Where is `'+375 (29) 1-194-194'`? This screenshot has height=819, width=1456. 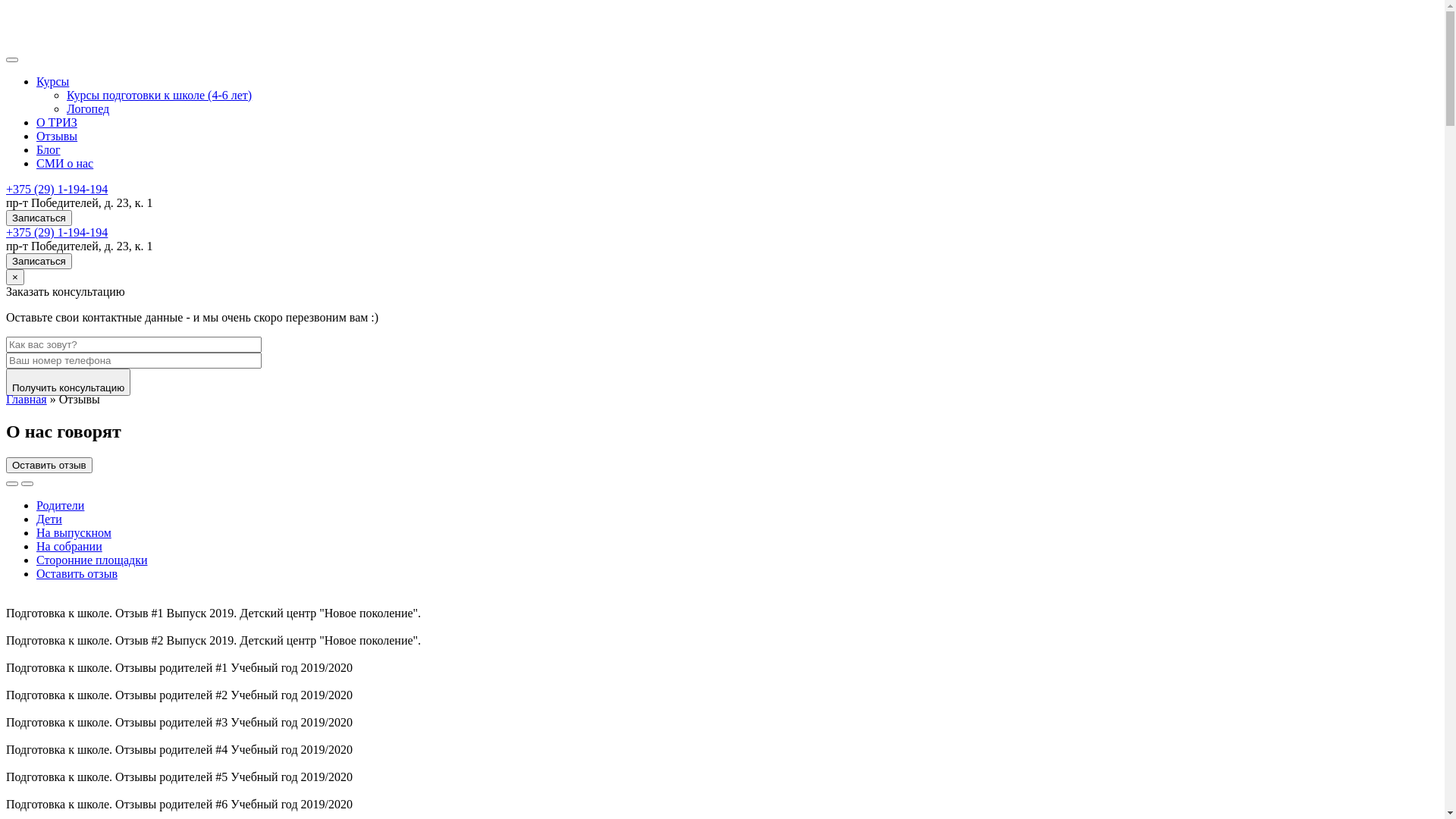
'+375 (29) 1-194-194' is located at coordinates (57, 188).